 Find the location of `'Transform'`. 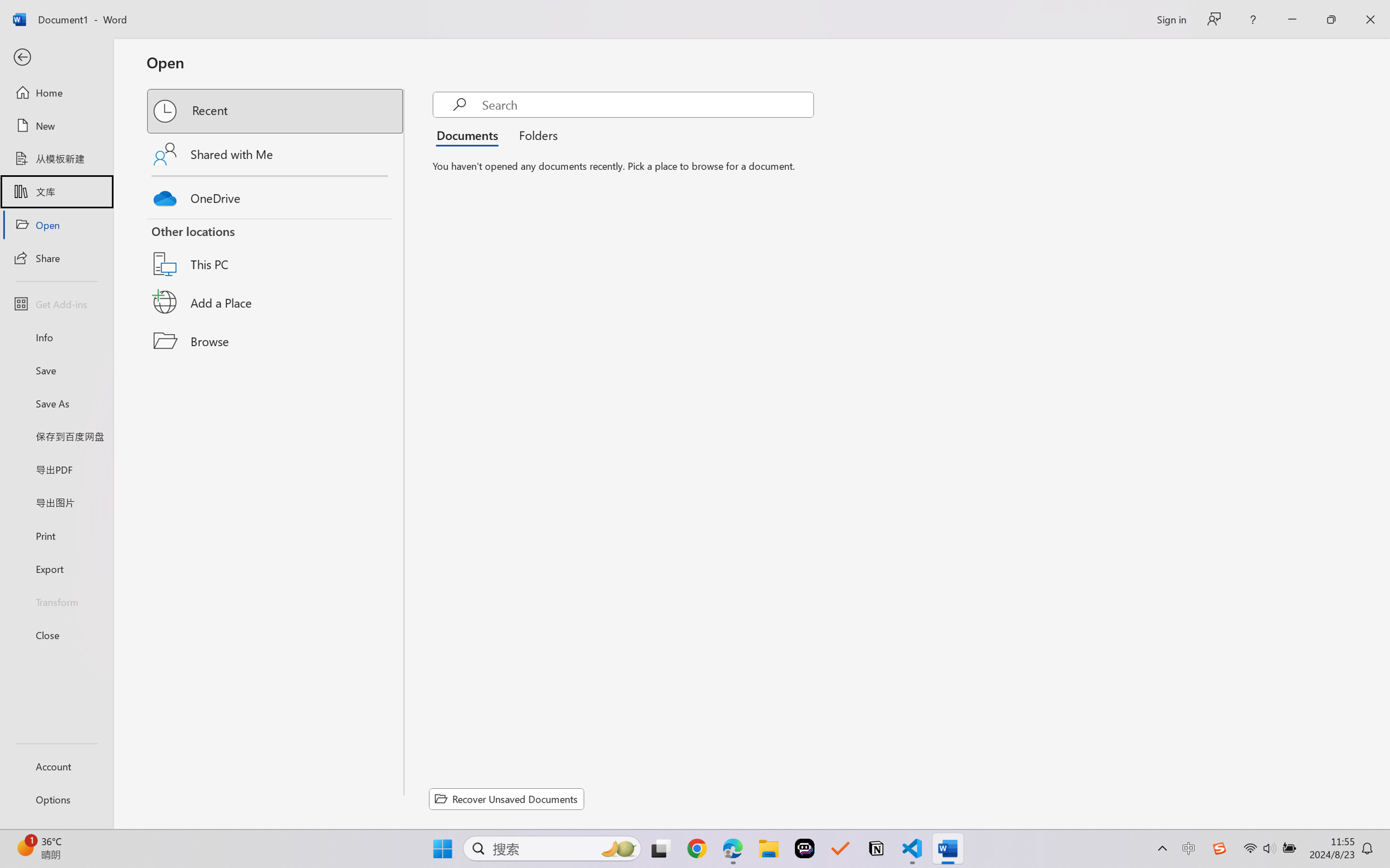

'Transform' is located at coordinates (56, 600).